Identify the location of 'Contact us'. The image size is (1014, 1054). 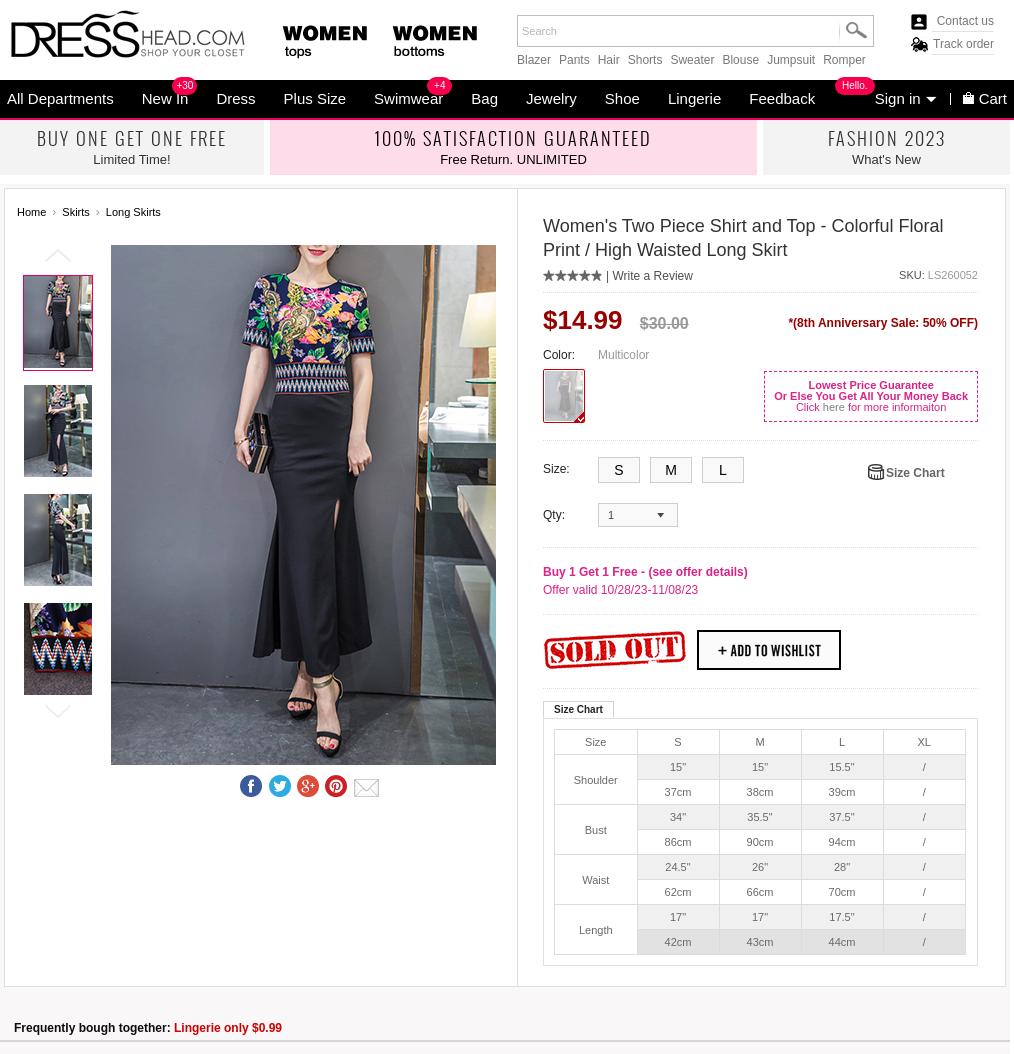
(965, 20).